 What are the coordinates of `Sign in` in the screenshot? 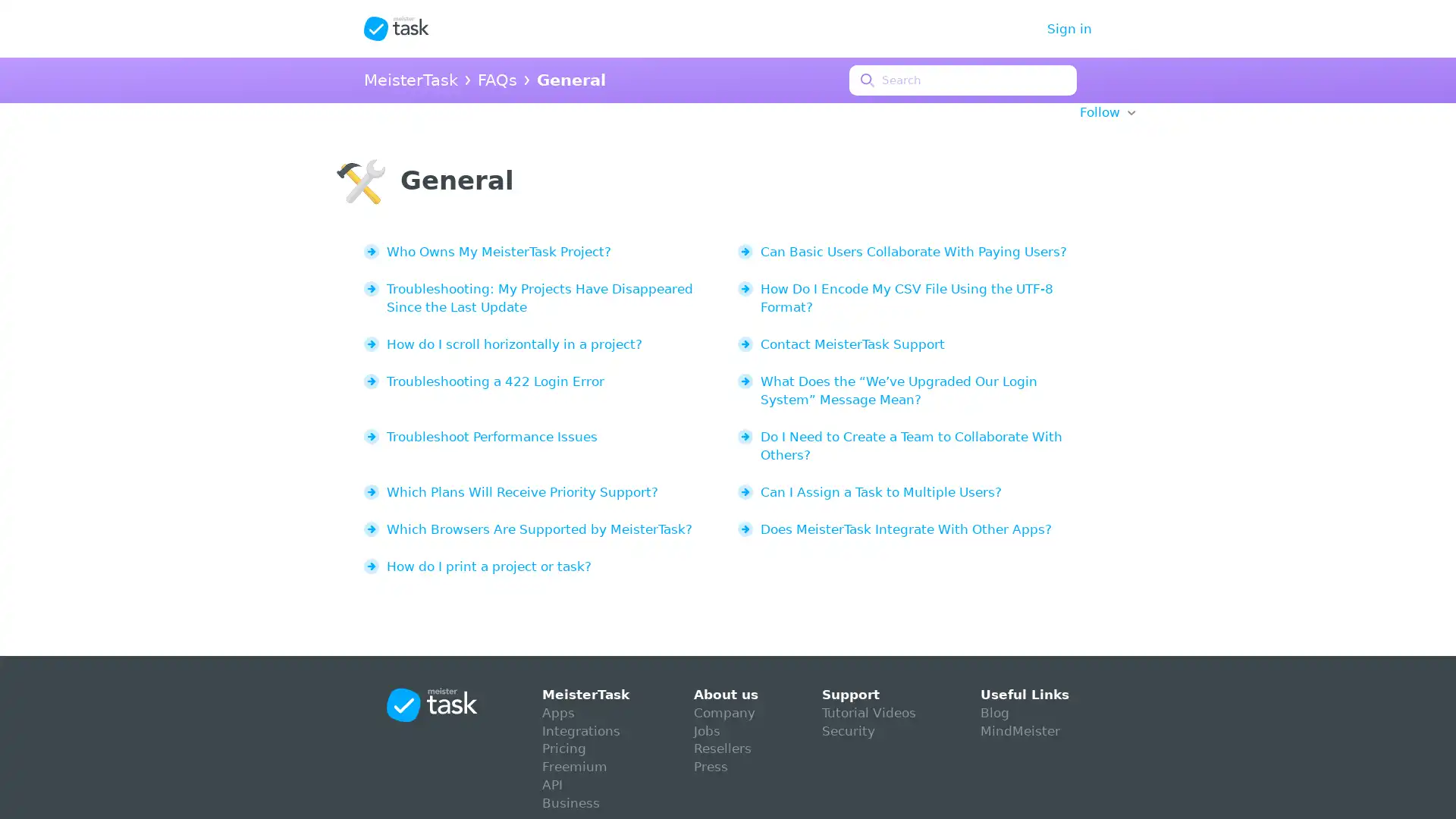 It's located at (1068, 29).